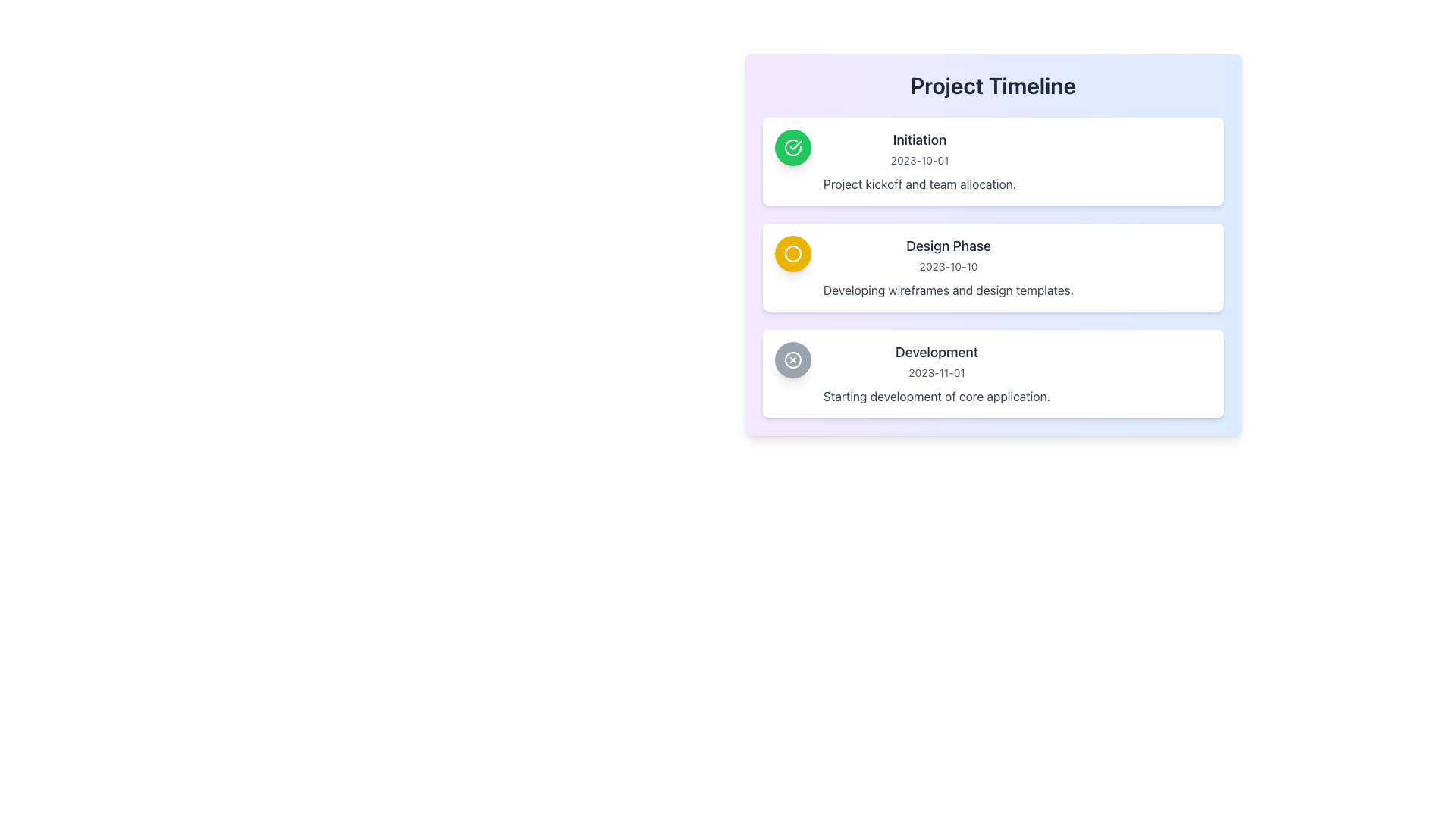  Describe the element at coordinates (948, 290) in the screenshot. I see `static text label that provides descriptive information for the section header titled 'Design Phase', which reads 'Developing wireframes and design templates.'` at that location.